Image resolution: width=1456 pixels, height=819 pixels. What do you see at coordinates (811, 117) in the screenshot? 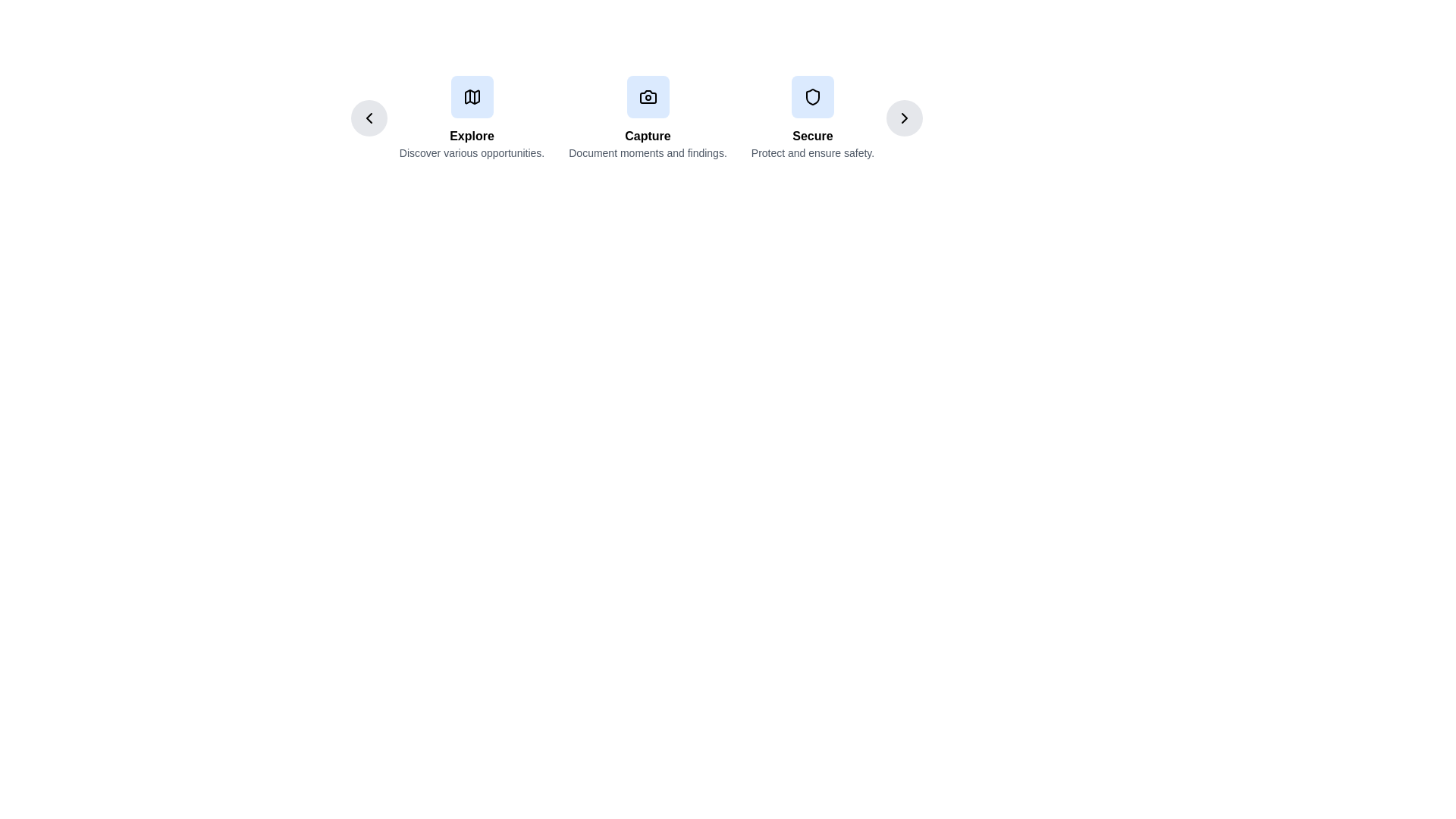
I see `the Informational card that emphasizes security and safety, which is the third item in a row of three similar elements, positioned to the right of the 'Explore' and 'Capture' items` at bounding box center [811, 117].